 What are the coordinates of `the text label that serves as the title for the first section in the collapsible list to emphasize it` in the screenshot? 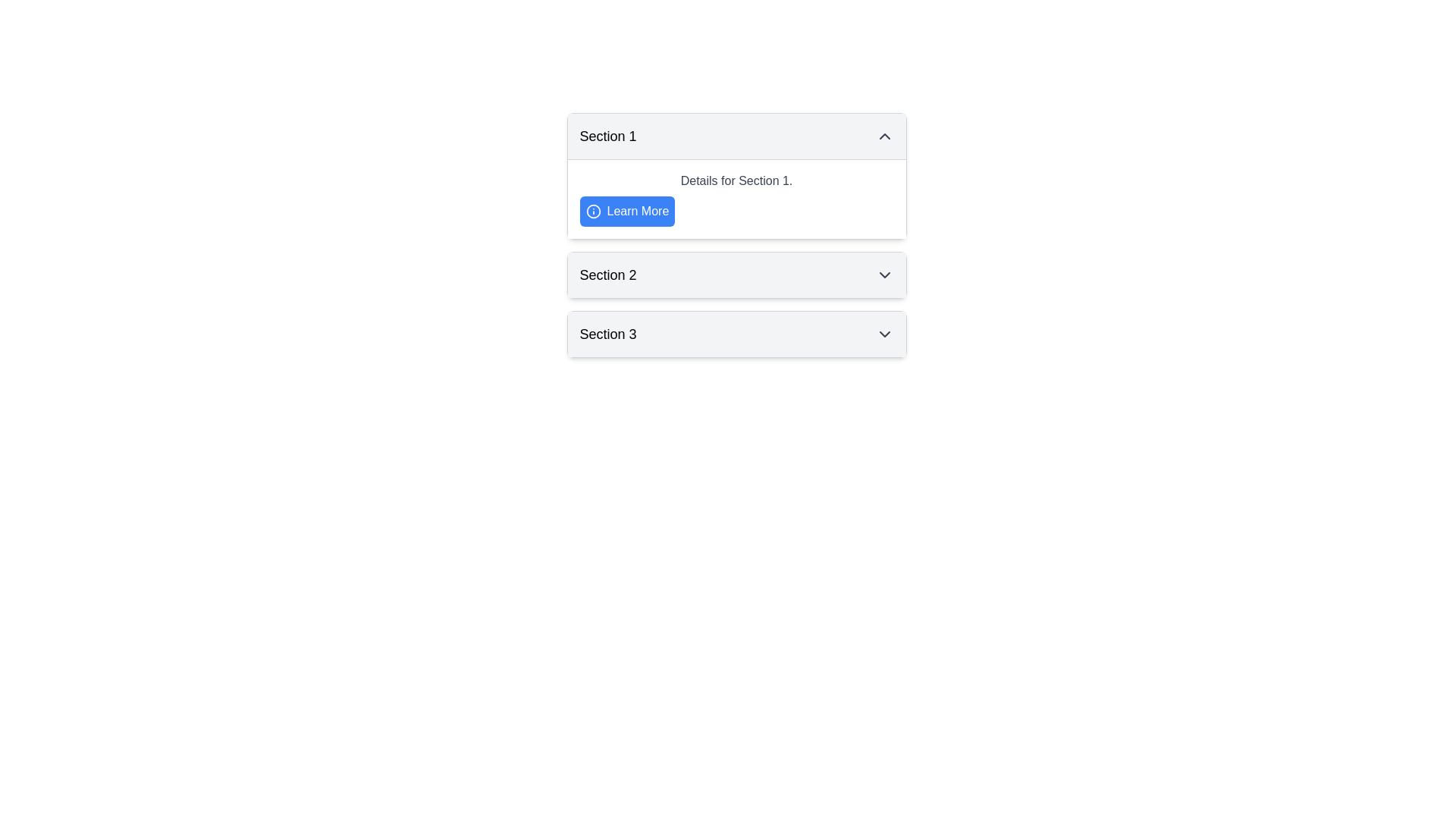 It's located at (607, 136).